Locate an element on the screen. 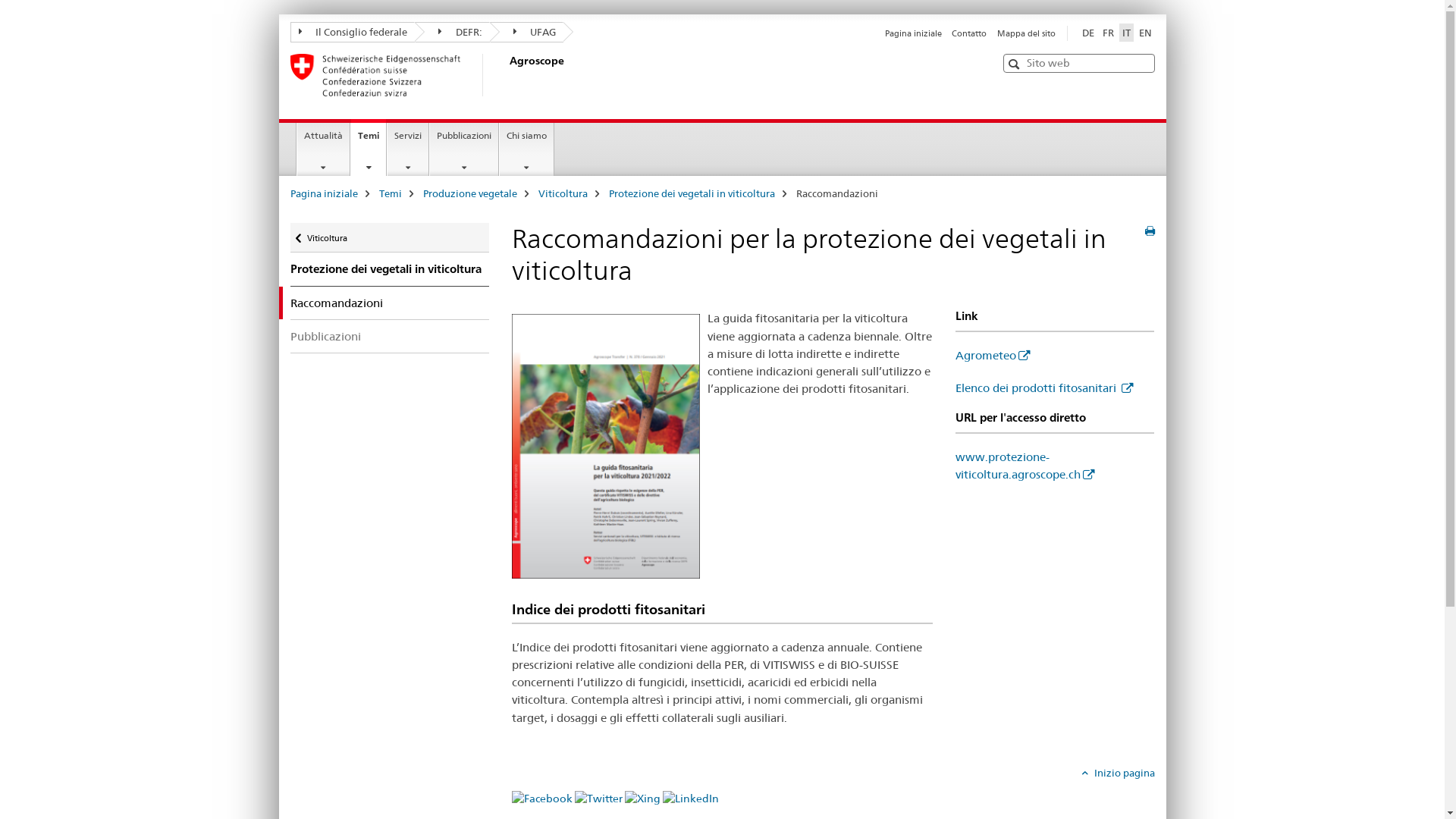 This screenshot has width=1456, height=819. 'Inizio pagina' is located at coordinates (1117, 772).